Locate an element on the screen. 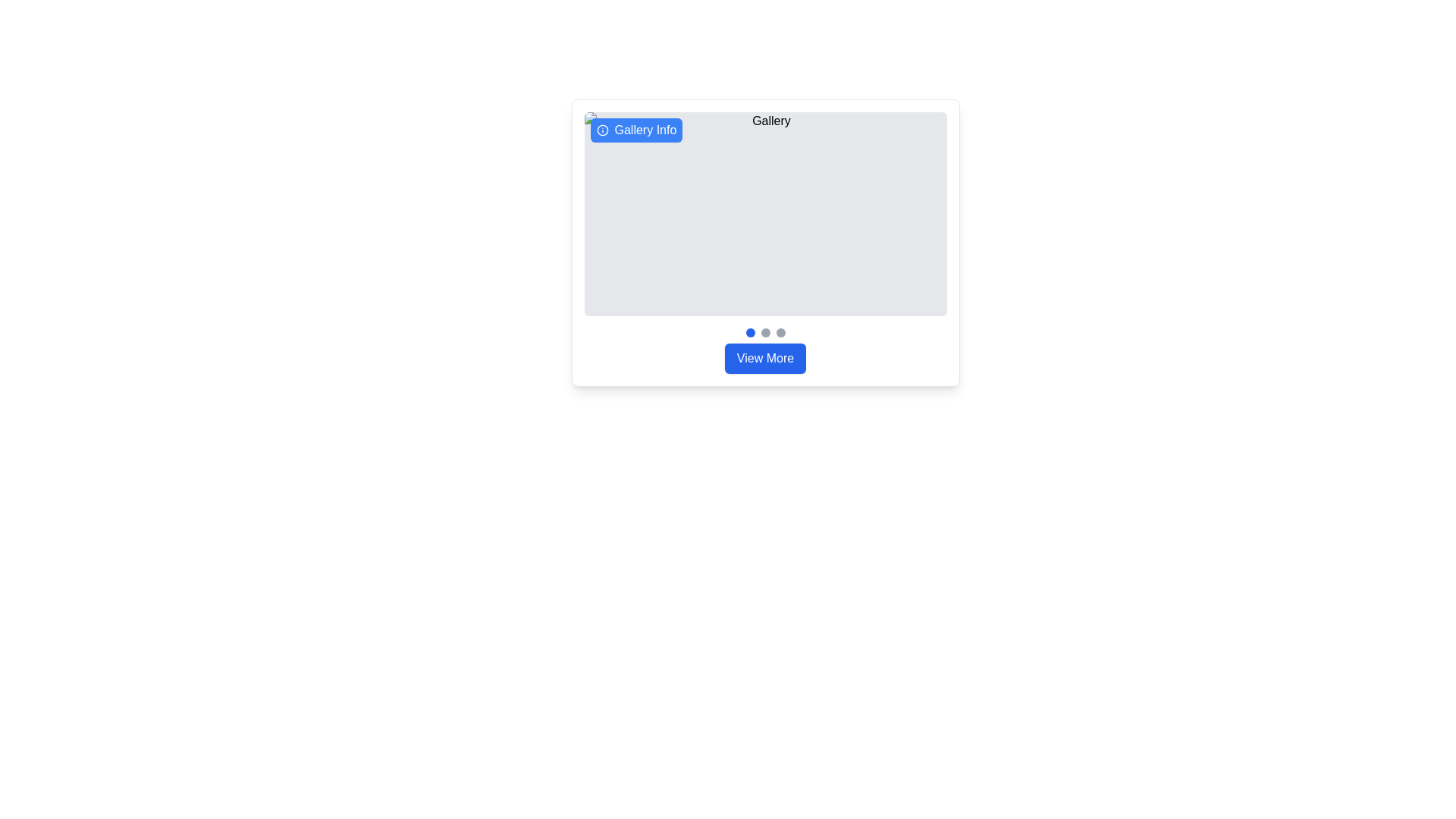 The image size is (1456, 819). the individual circle of the Carousel navigation indicator located at the bottom of the card is located at coordinates (765, 331).